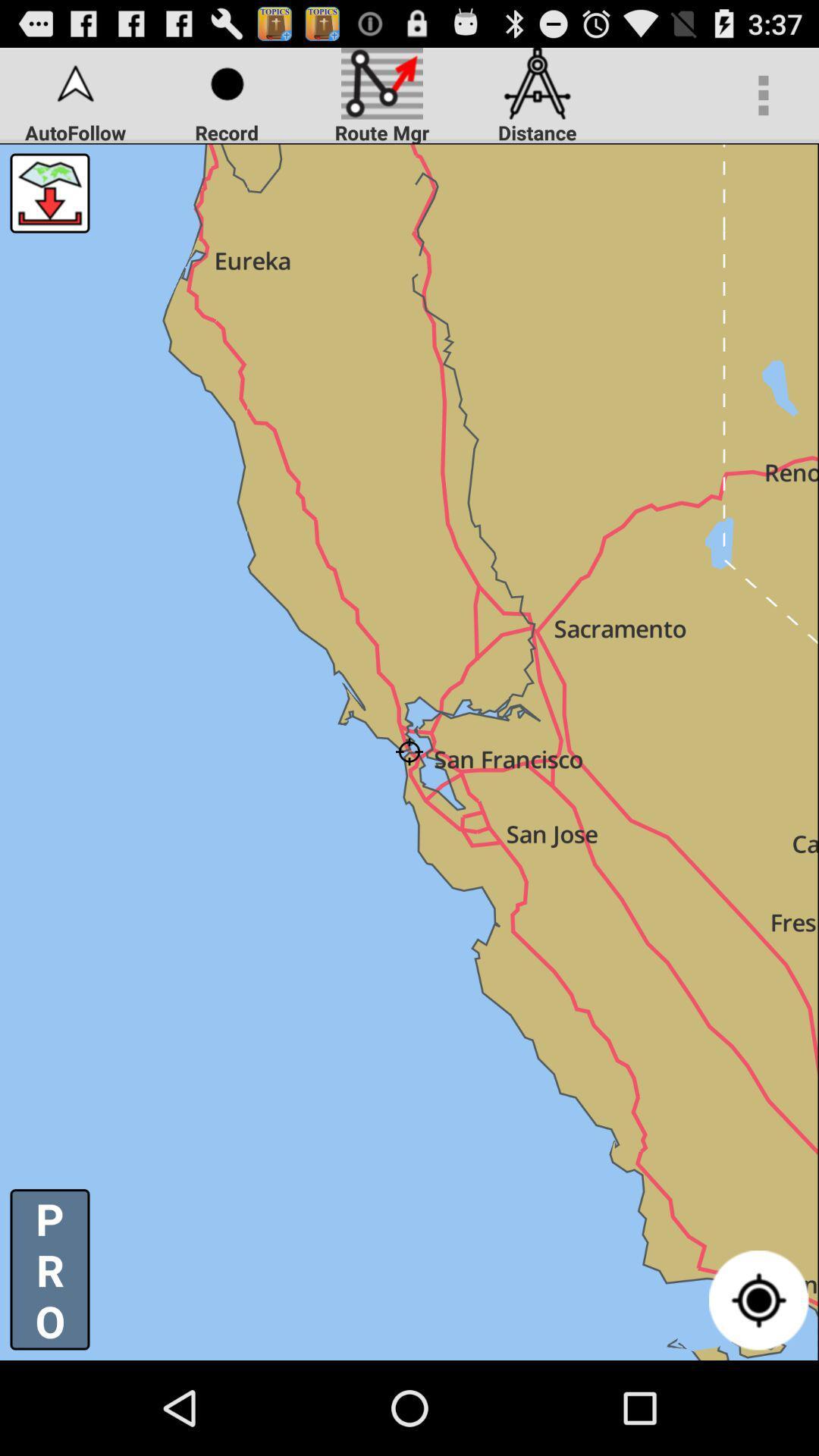 This screenshot has height=1456, width=819. Describe the element at coordinates (763, 94) in the screenshot. I see `the icon at the top right corner` at that location.